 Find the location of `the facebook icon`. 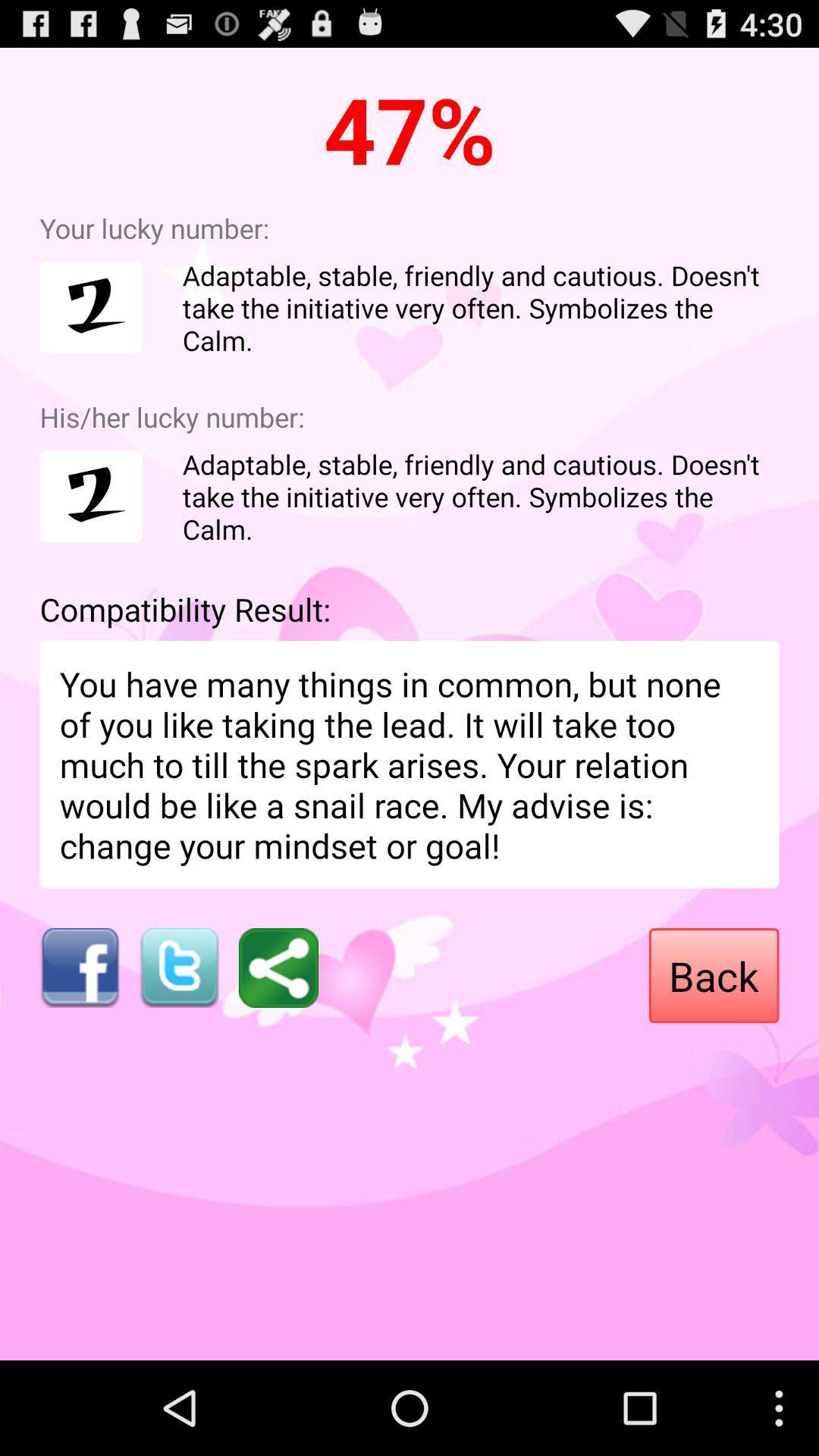

the facebook icon is located at coordinates (79, 1035).